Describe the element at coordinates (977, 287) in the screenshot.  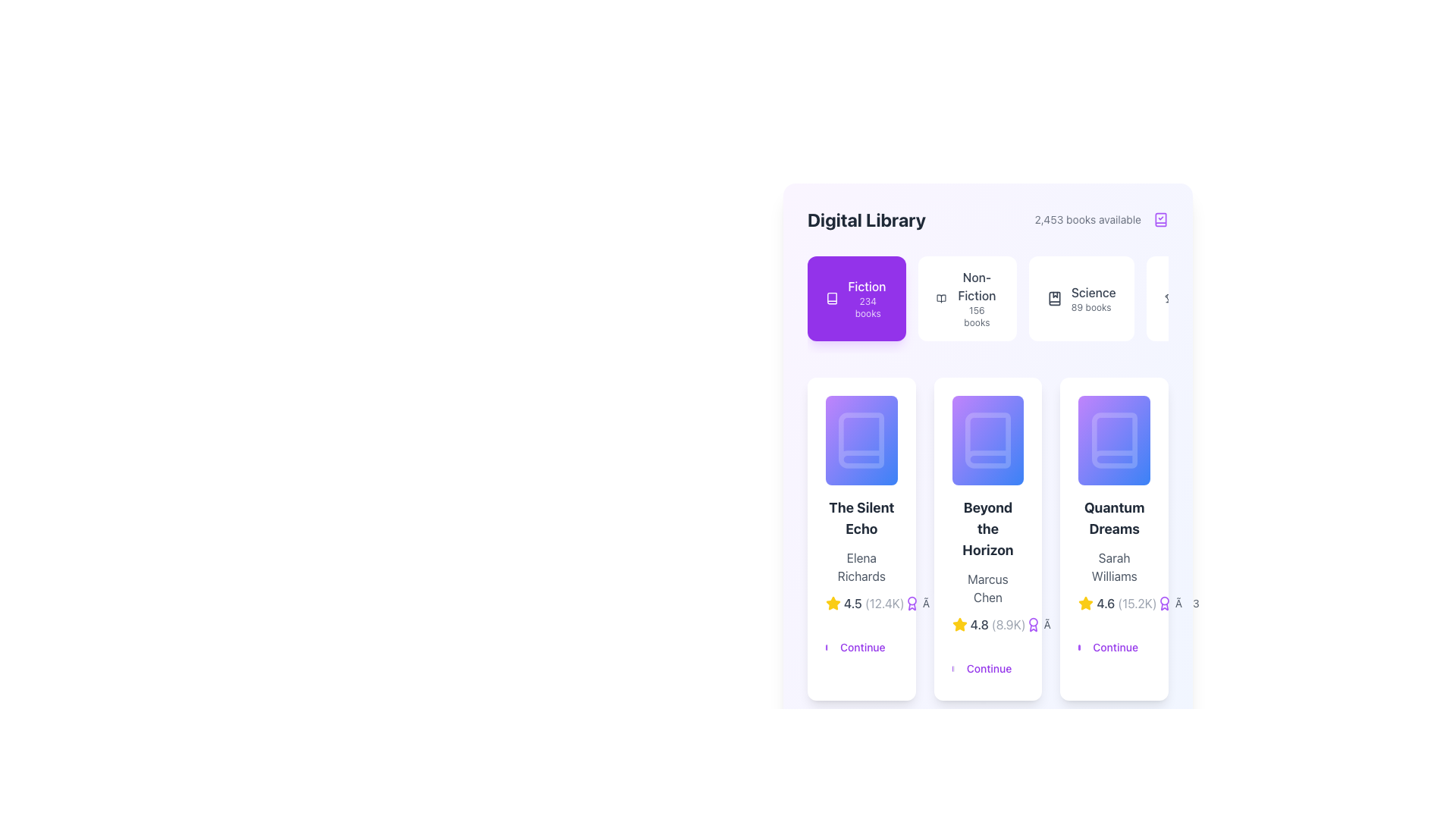
I see `category name 'Non-Fiction' from the static text label displayed in bold above the text '156 books' in the Digital Library section` at that location.